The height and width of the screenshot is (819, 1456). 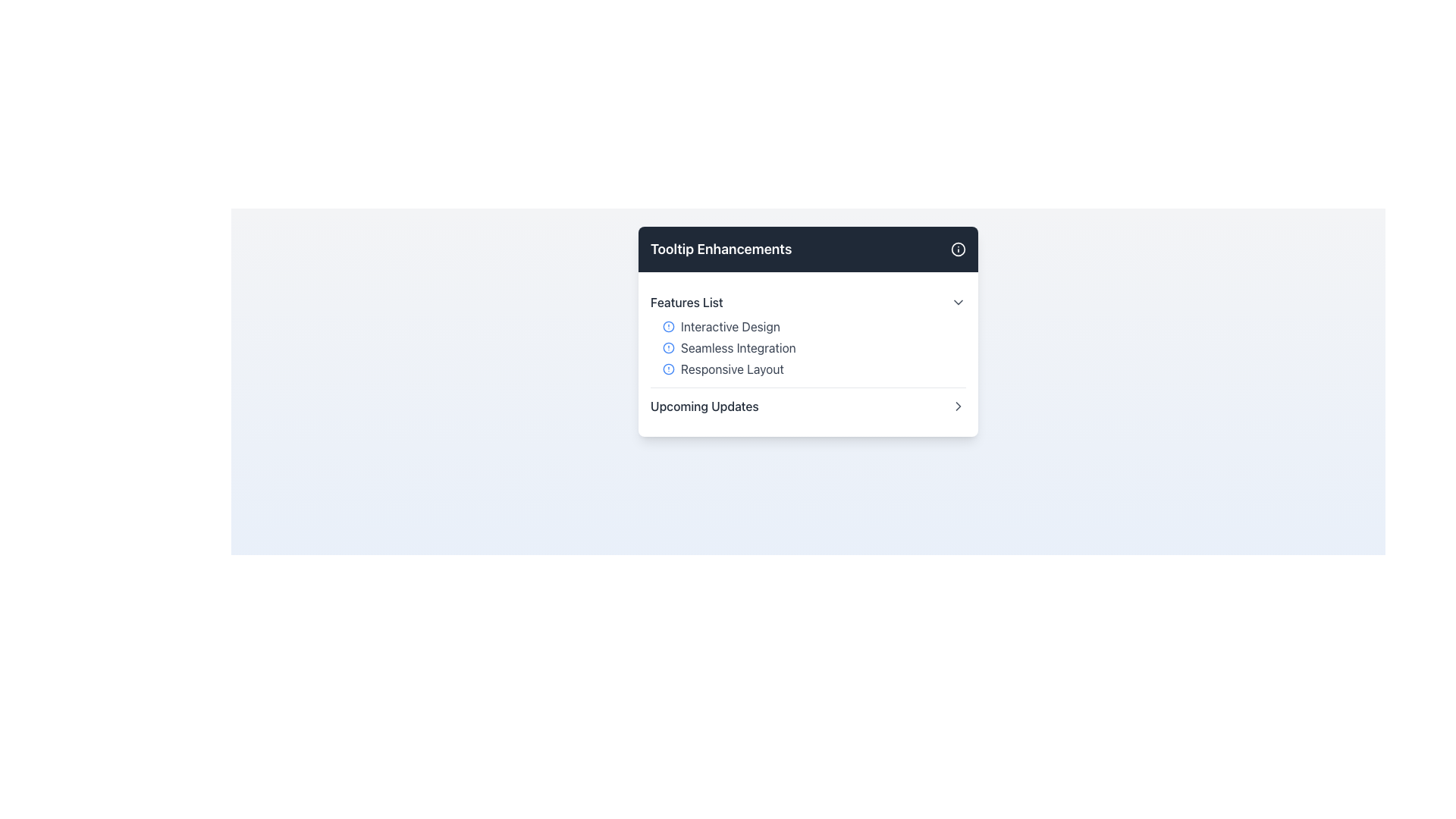 What do you see at coordinates (957, 302) in the screenshot?
I see `the chevron-down icon located to the right of the 'Features List' text in the 'Tooltip Enhancements' section` at bounding box center [957, 302].